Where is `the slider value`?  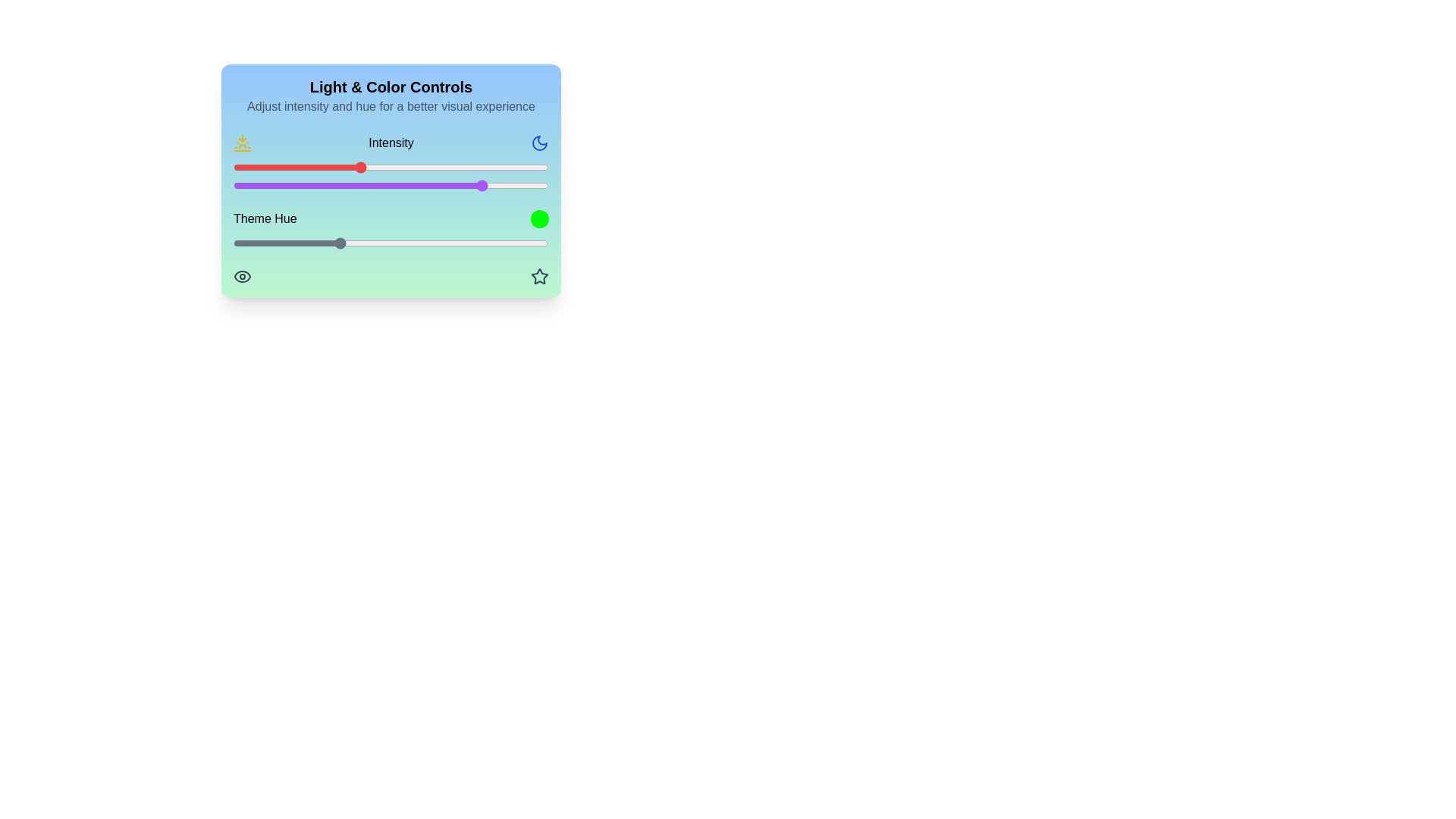 the slider value is located at coordinates (419, 185).